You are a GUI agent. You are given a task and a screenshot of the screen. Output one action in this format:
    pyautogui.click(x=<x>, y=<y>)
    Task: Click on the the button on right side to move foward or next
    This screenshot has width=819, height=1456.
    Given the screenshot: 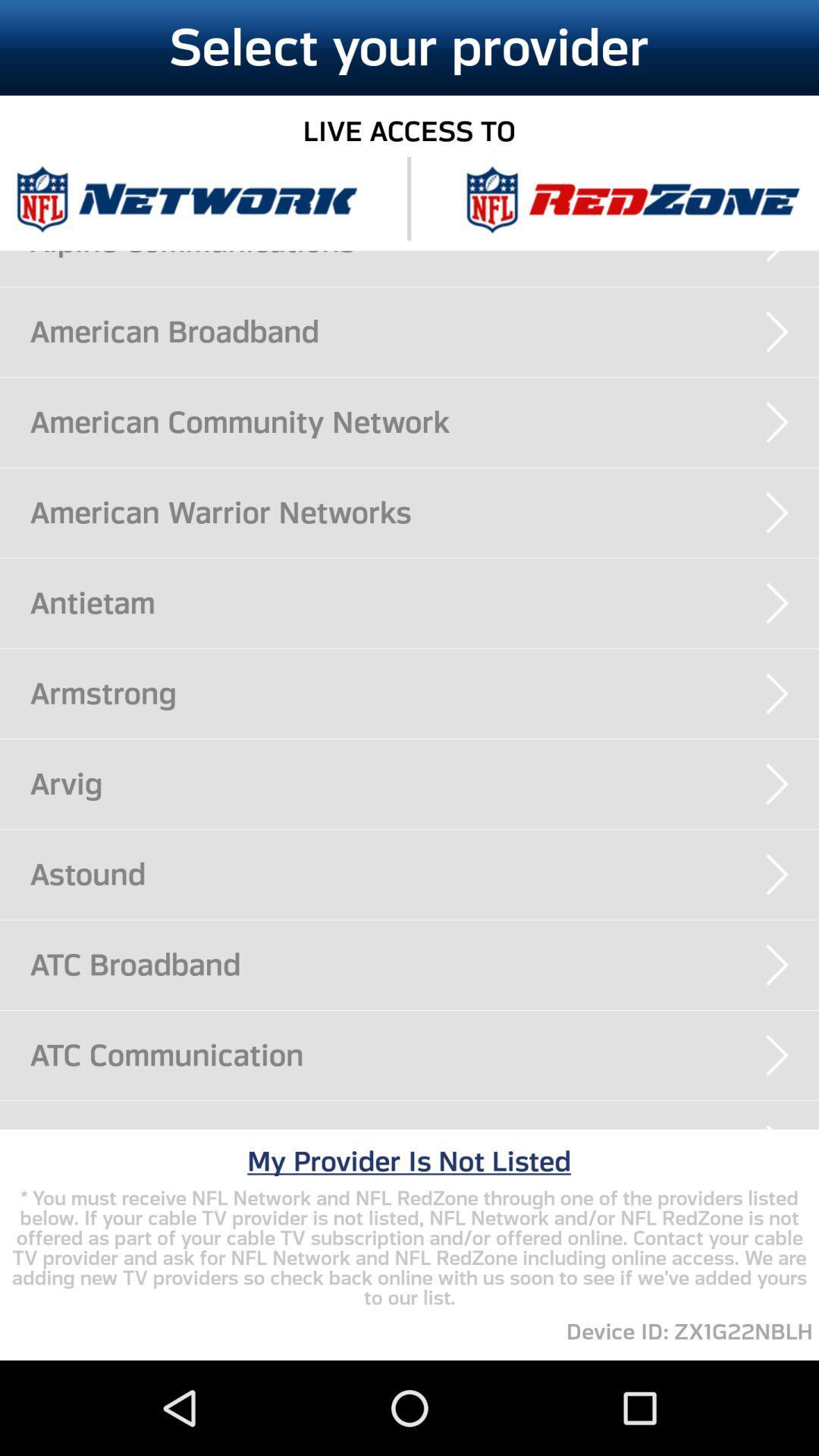 What is the action you would take?
    pyautogui.click(x=777, y=874)
    